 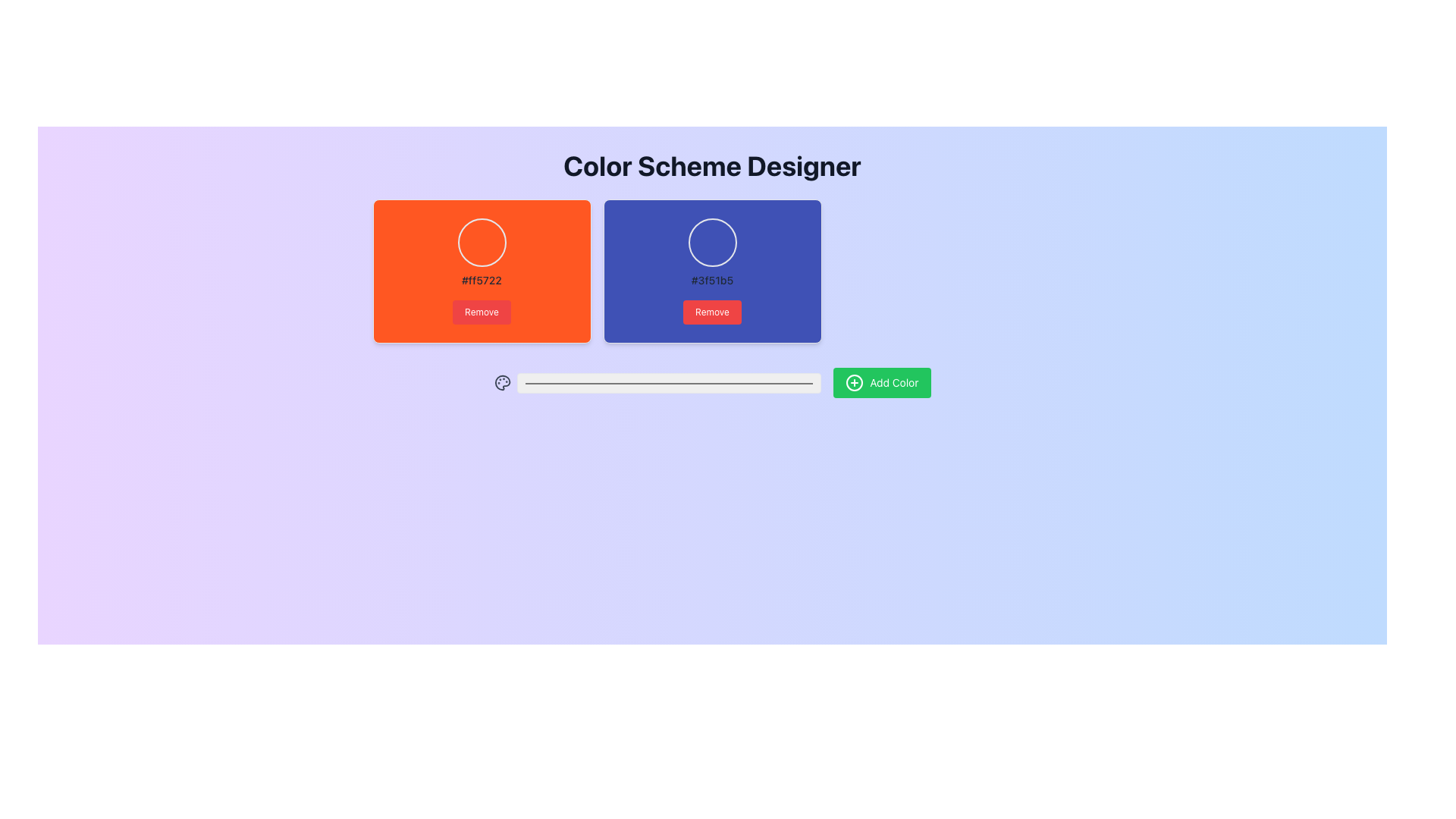 I want to click on the prominent text header labeled 'Color Scheme Designer', which is displayed in a large bold font at the top center of the interface, so click(x=711, y=166).